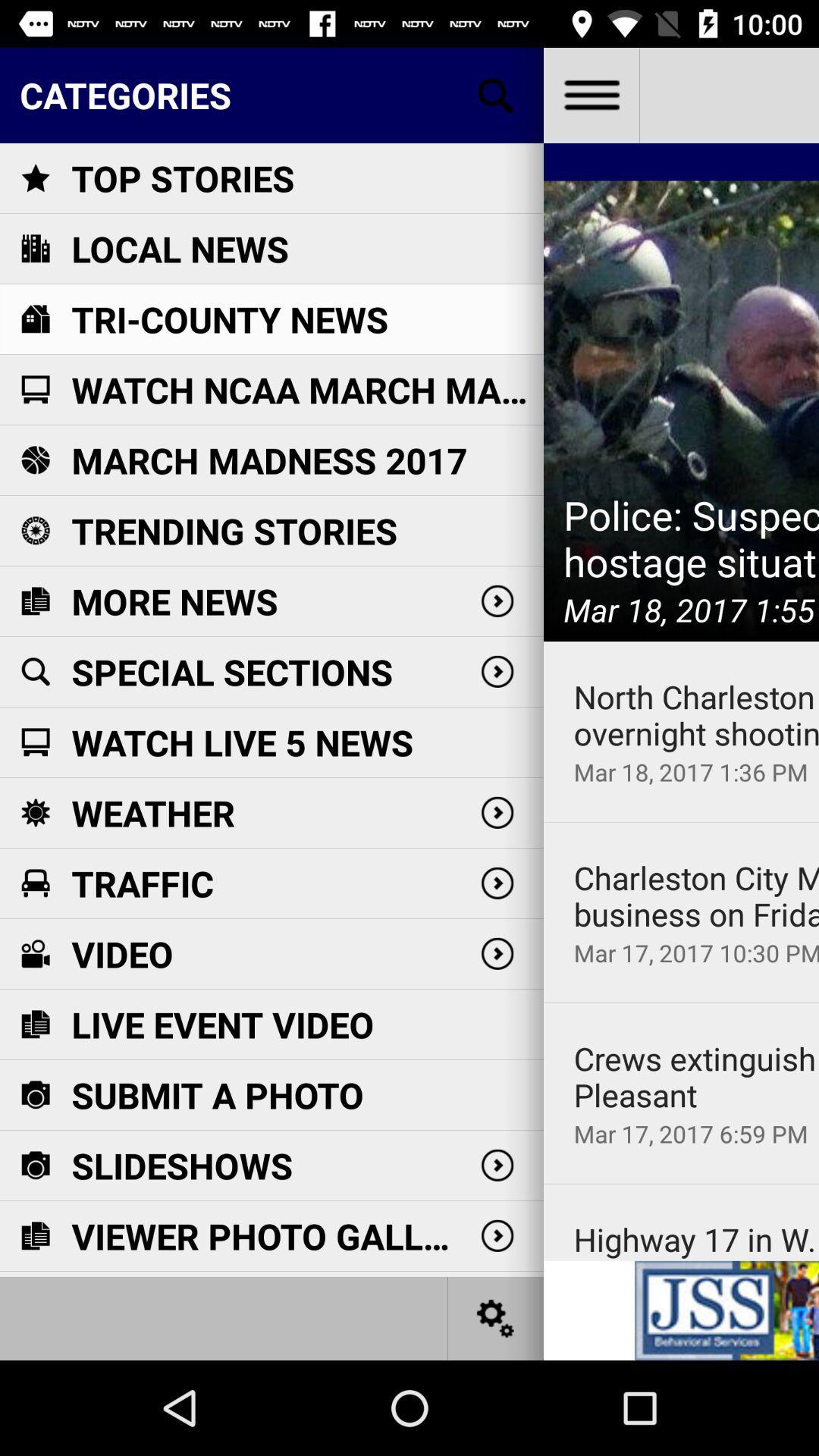 The height and width of the screenshot is (1456, 819). I want to click on settings option, so click(496, 1317).